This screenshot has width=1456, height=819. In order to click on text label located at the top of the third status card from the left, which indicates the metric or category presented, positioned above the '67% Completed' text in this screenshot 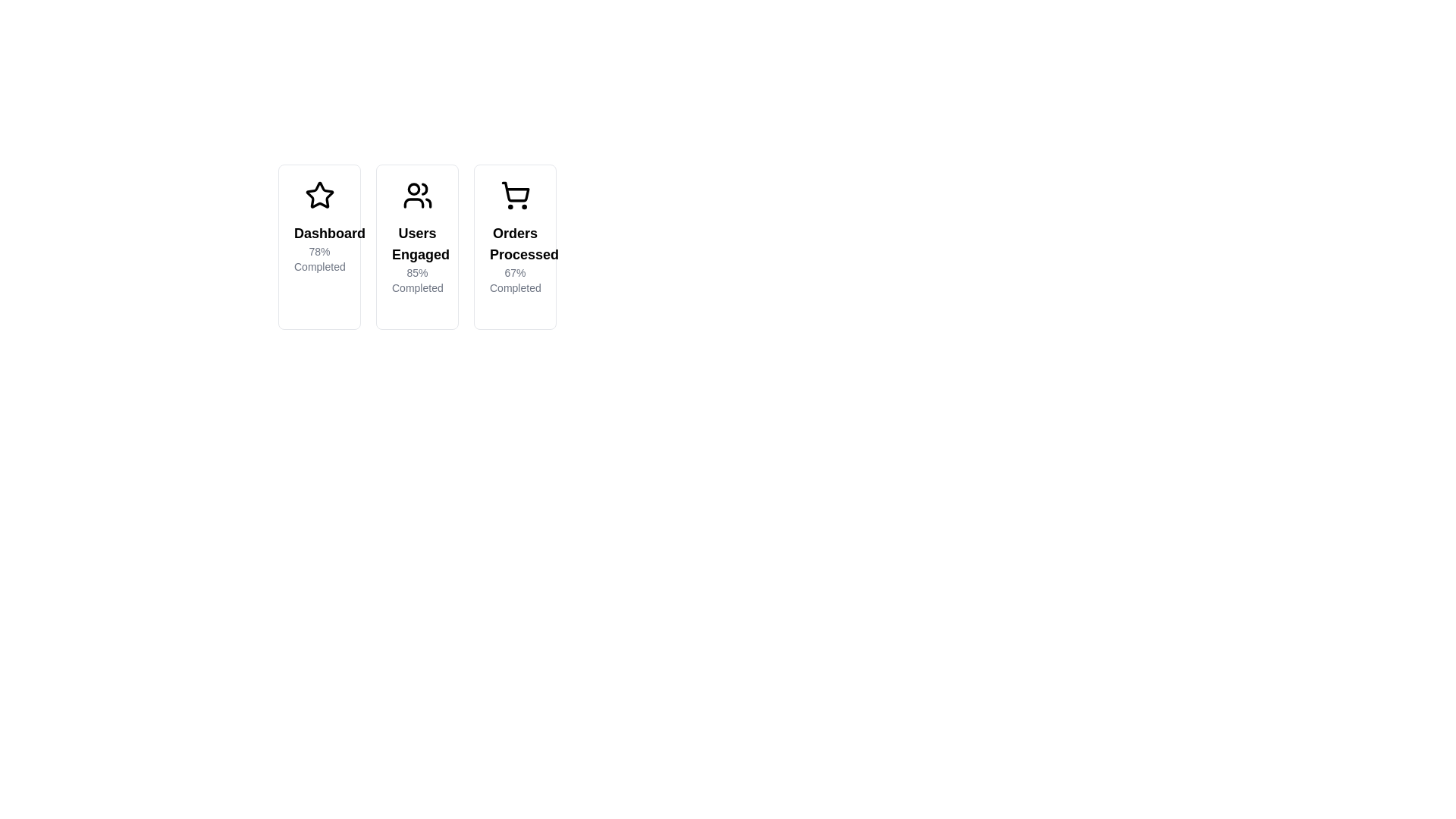, I will do `click(515, 243)`.